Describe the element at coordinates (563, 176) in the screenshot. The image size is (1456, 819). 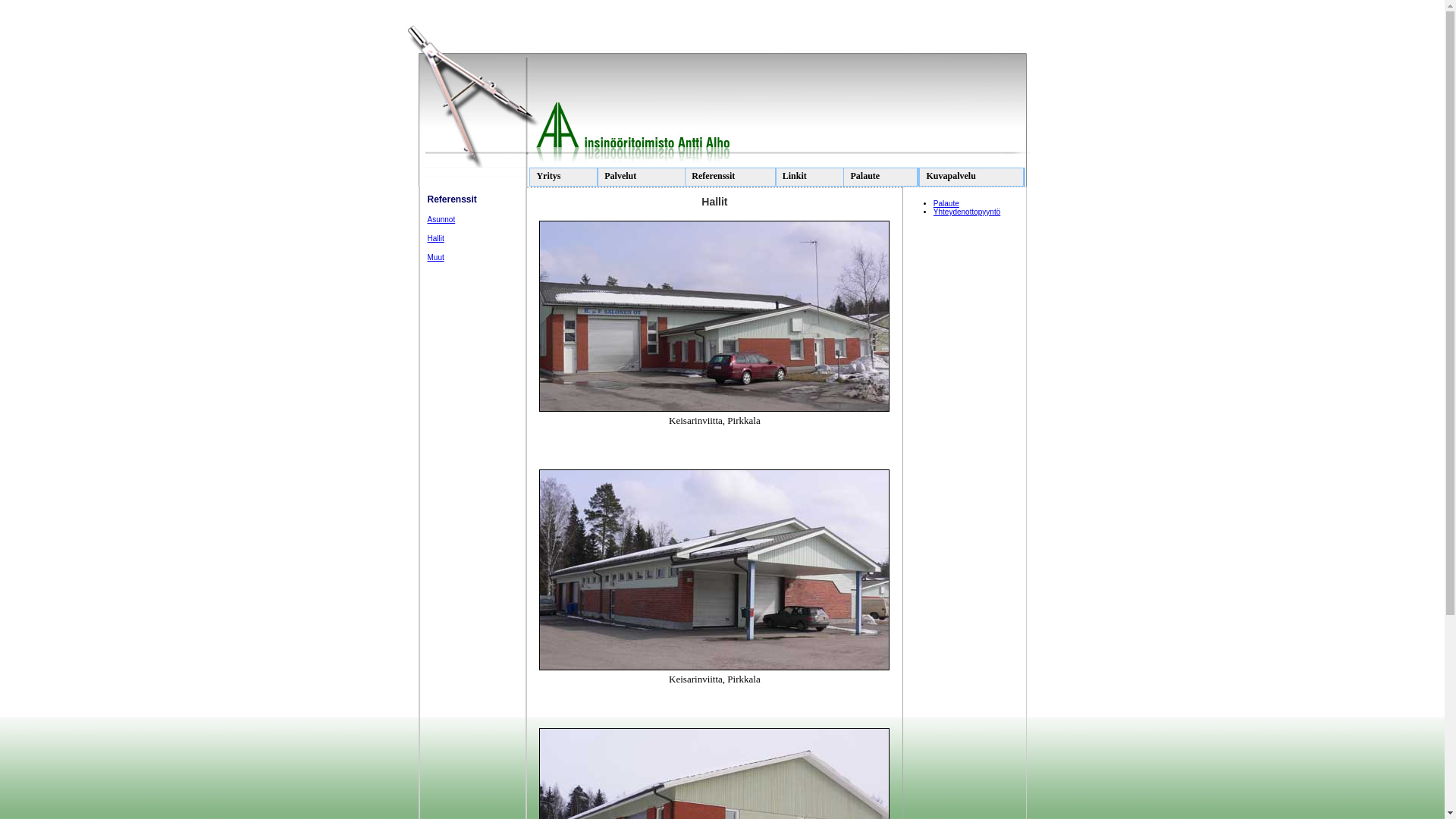
I see `'Yritys'` at that location.